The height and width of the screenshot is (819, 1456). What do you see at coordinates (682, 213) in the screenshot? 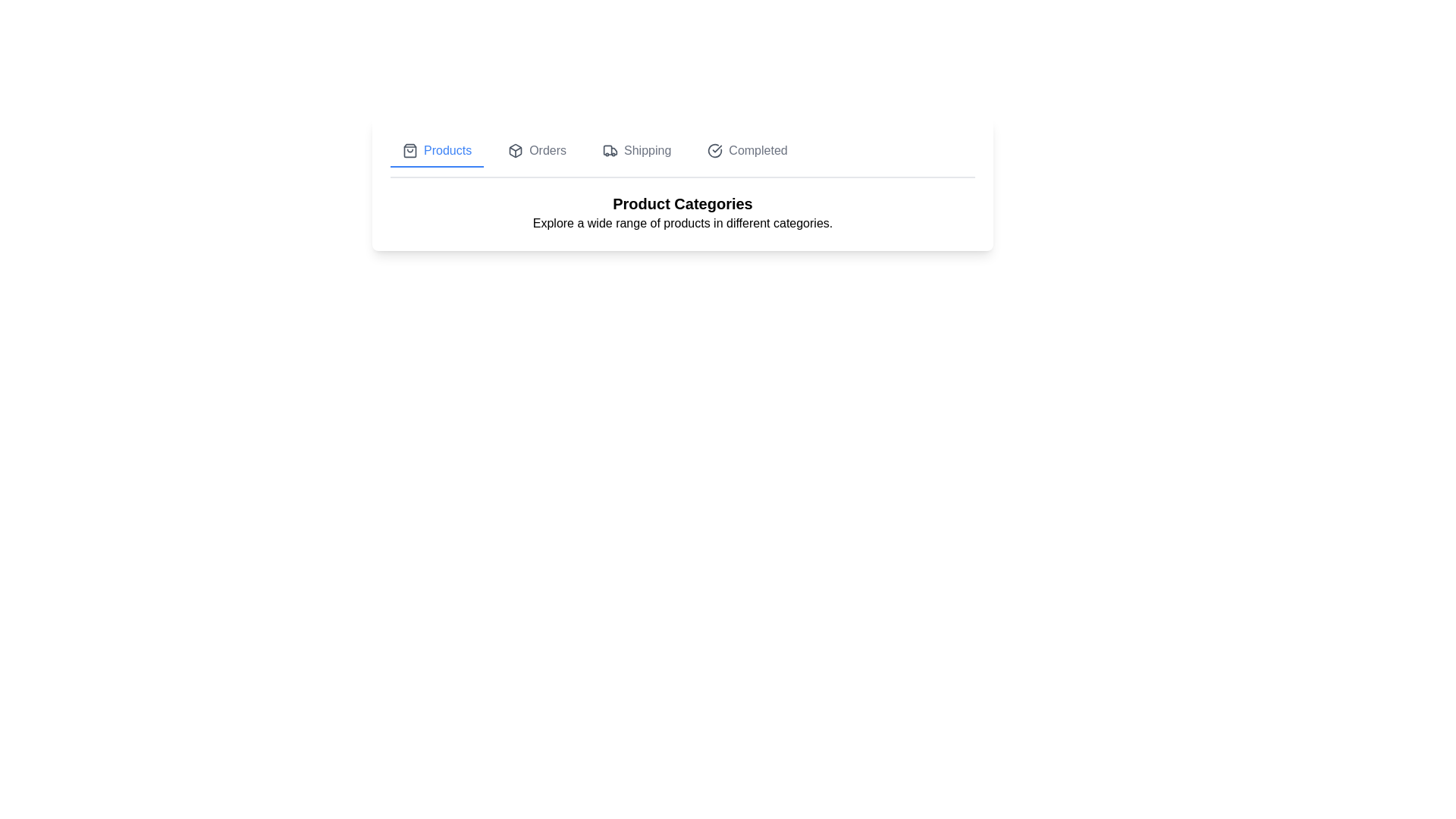
I see `the text block featuring the bolded title 'Product Categories' and the descriptive section 'Explore a wide range of products in different categories.'` at bounding box center [682, 213].